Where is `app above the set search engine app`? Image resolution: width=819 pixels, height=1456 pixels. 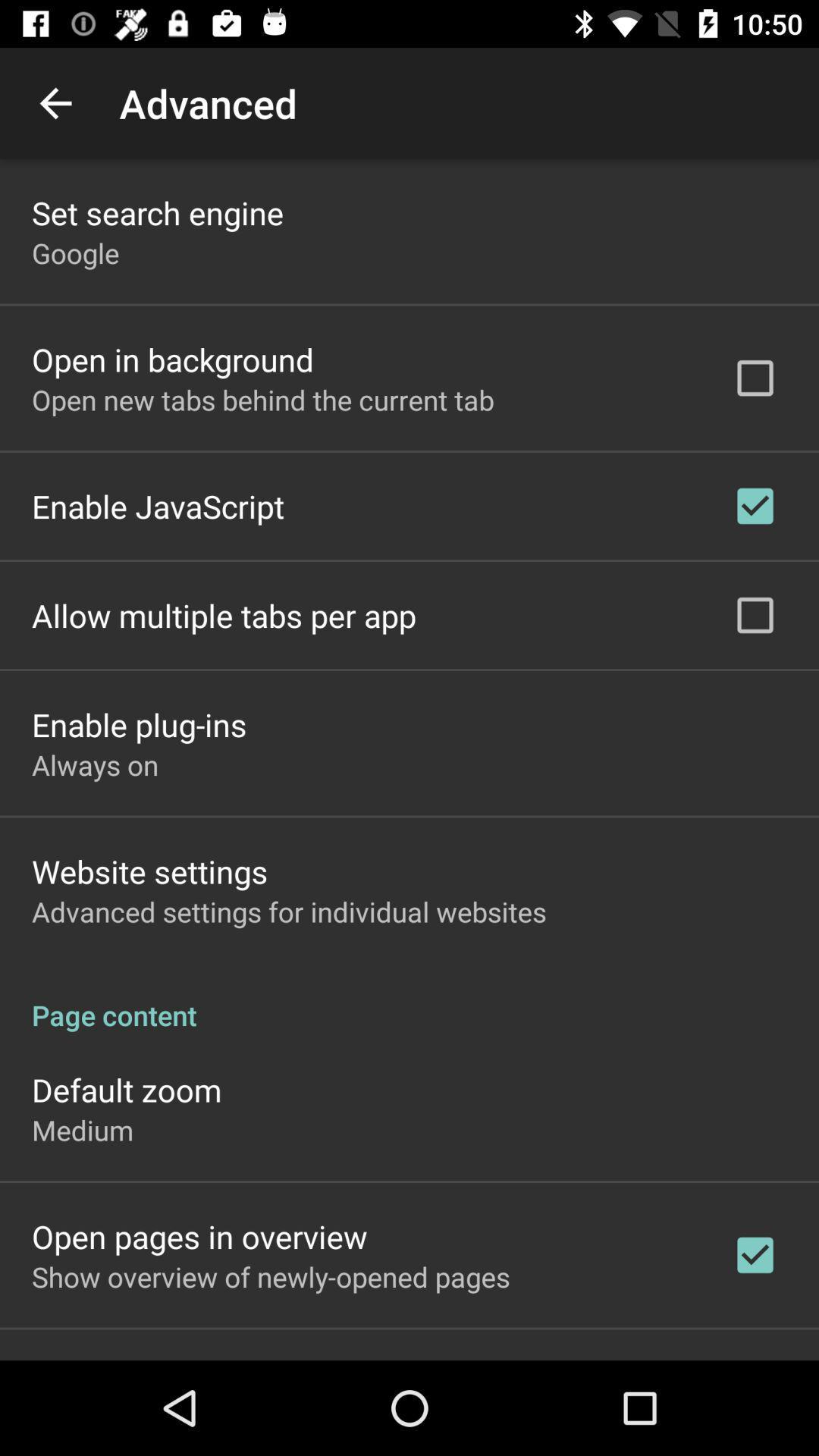
app above the set search engine app is located at coordinates (55, 102).